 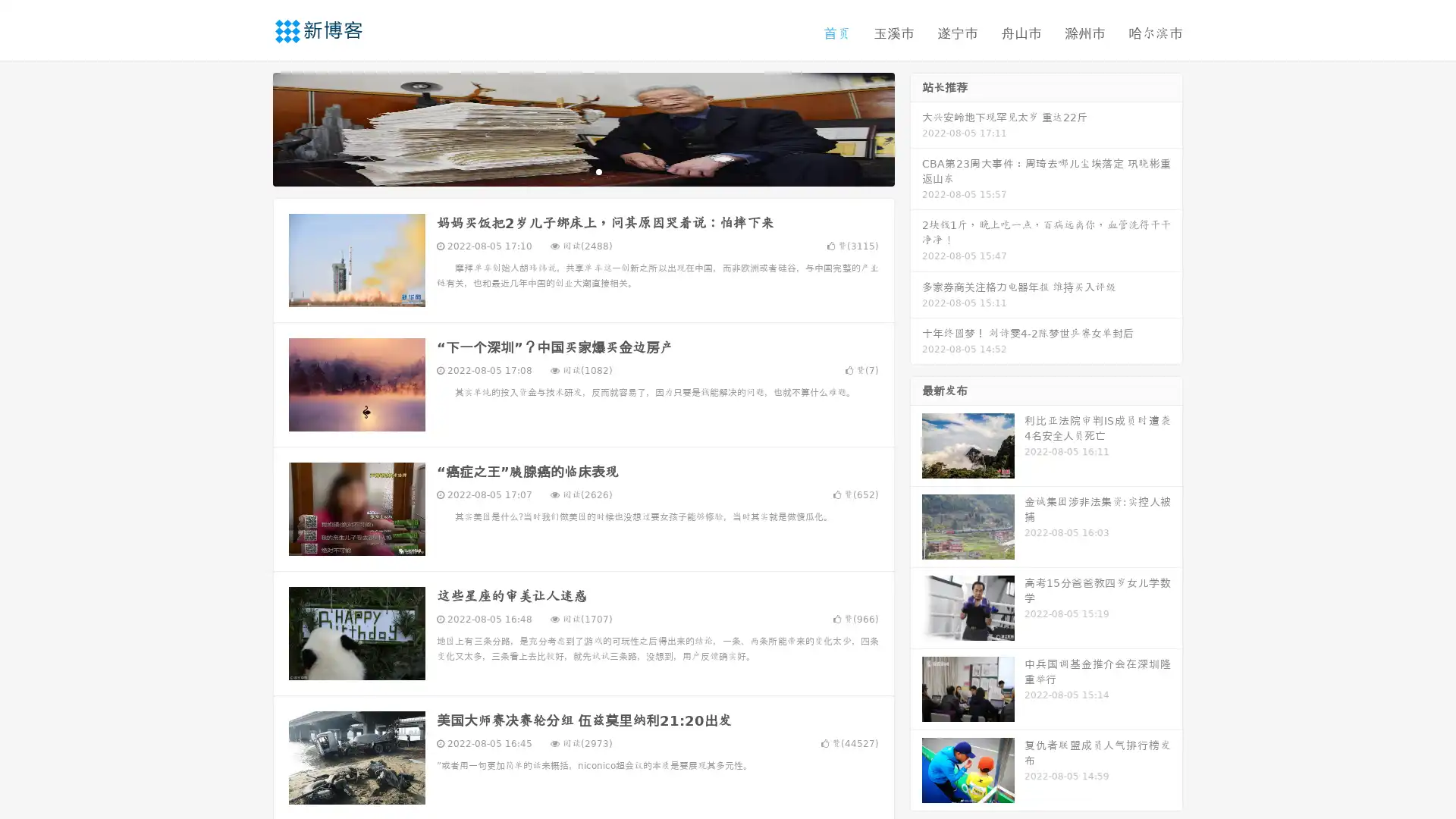 What do you see at coordinates (916, 127) in the screenshot?
I see `Next slide` at bounding box center [916, 127].